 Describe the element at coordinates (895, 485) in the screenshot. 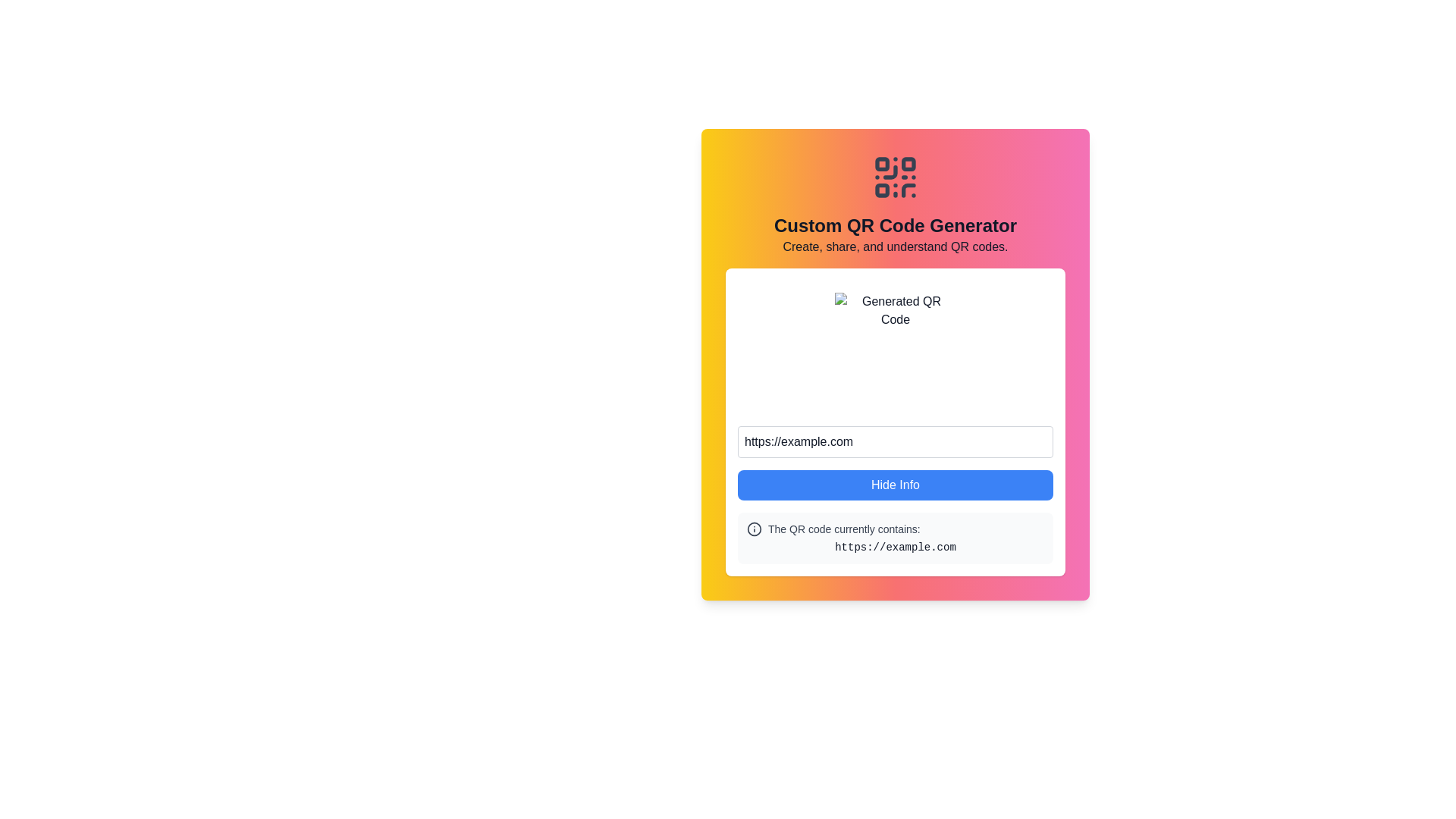

I see `the 'Hide Info' button, which is a blue rectangular button with white text, located below the text input field and above the information box` at that location.